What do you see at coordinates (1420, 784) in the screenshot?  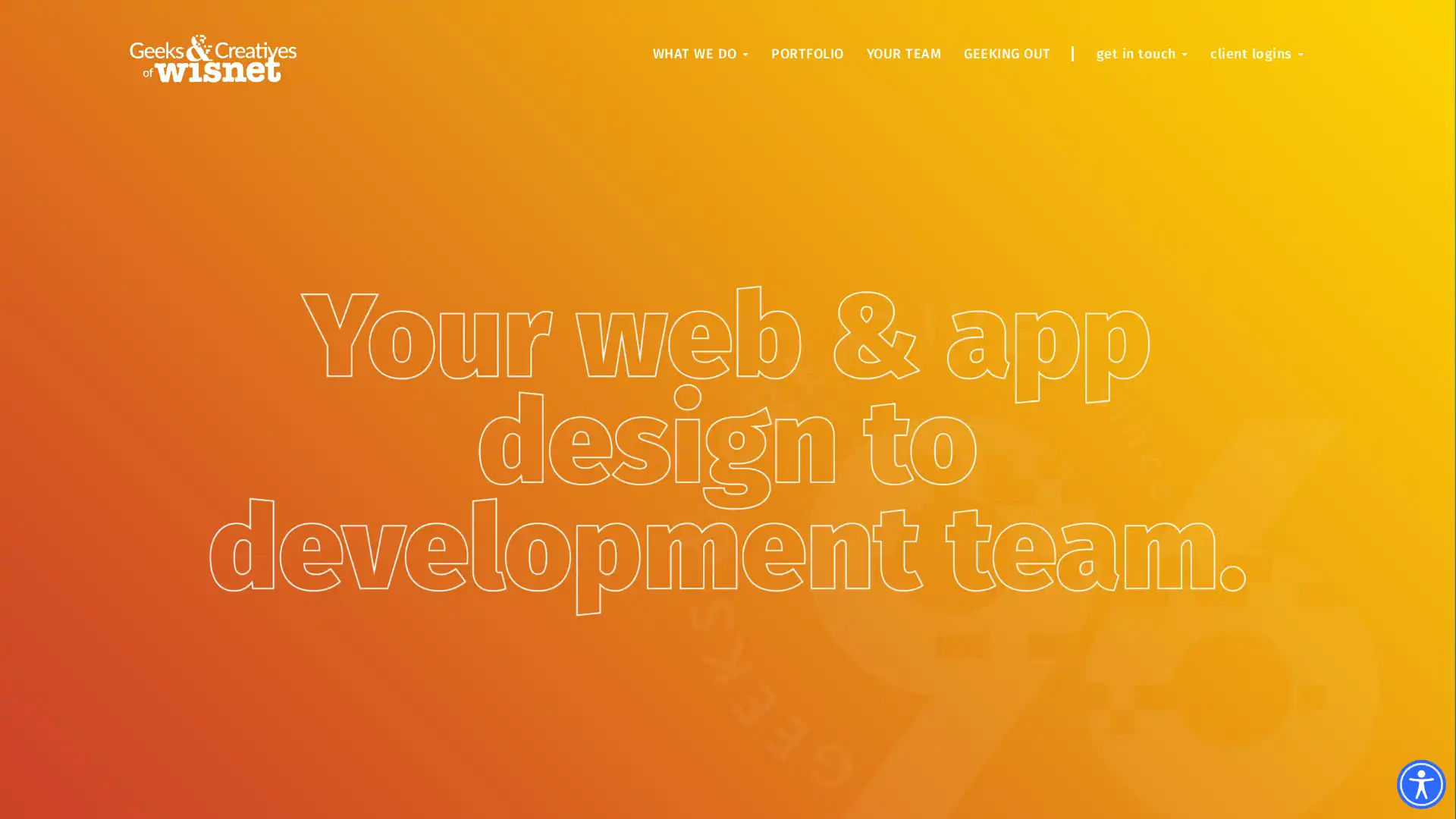 I see `Accessibility Menu` at bounding box center [1420, 784].